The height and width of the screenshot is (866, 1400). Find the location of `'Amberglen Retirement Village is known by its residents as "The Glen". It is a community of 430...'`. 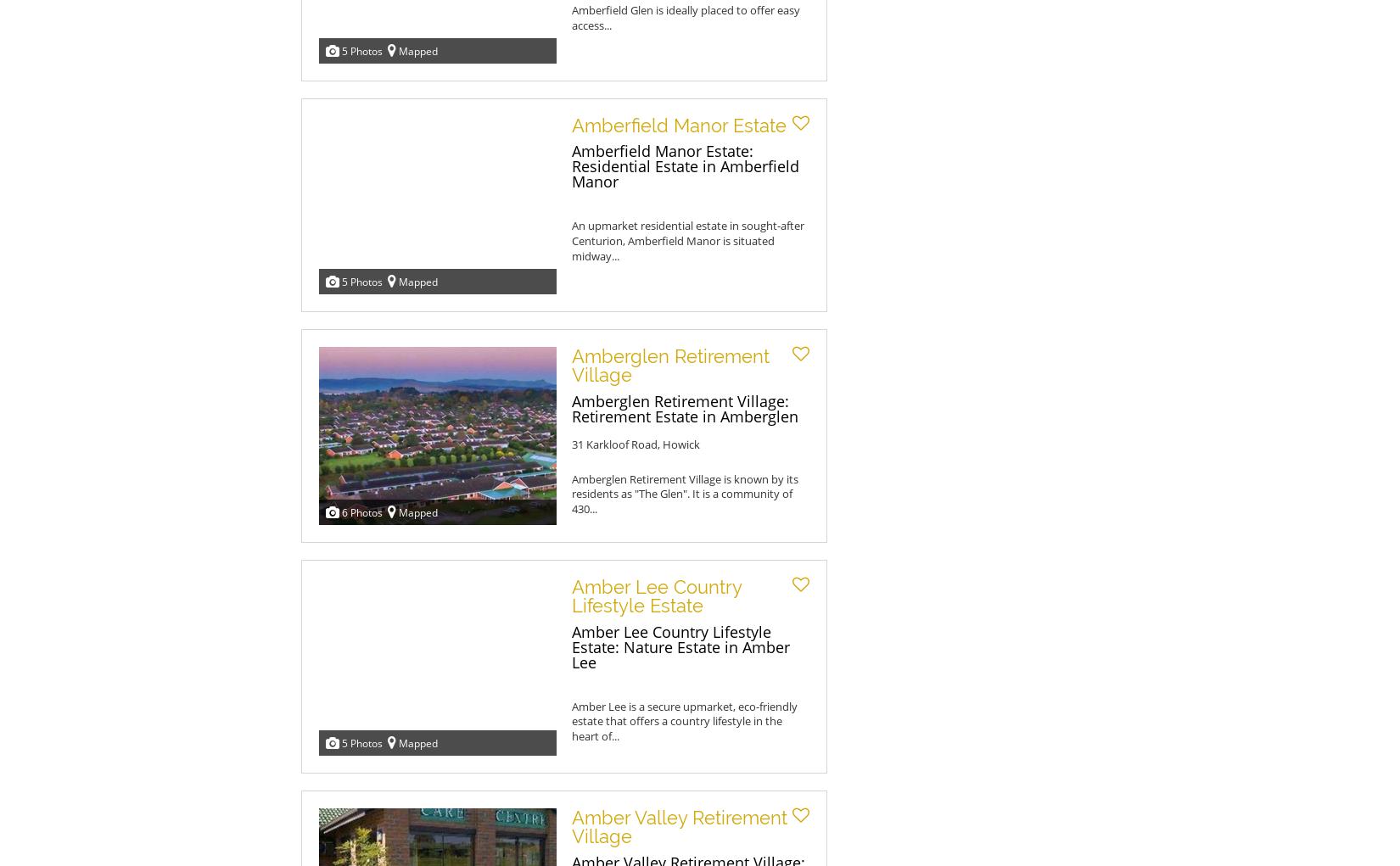

'Amberglen Retirement Village is known by its residents as "The Glen". It is a community of 430...' is located at coordinates (684, 492).